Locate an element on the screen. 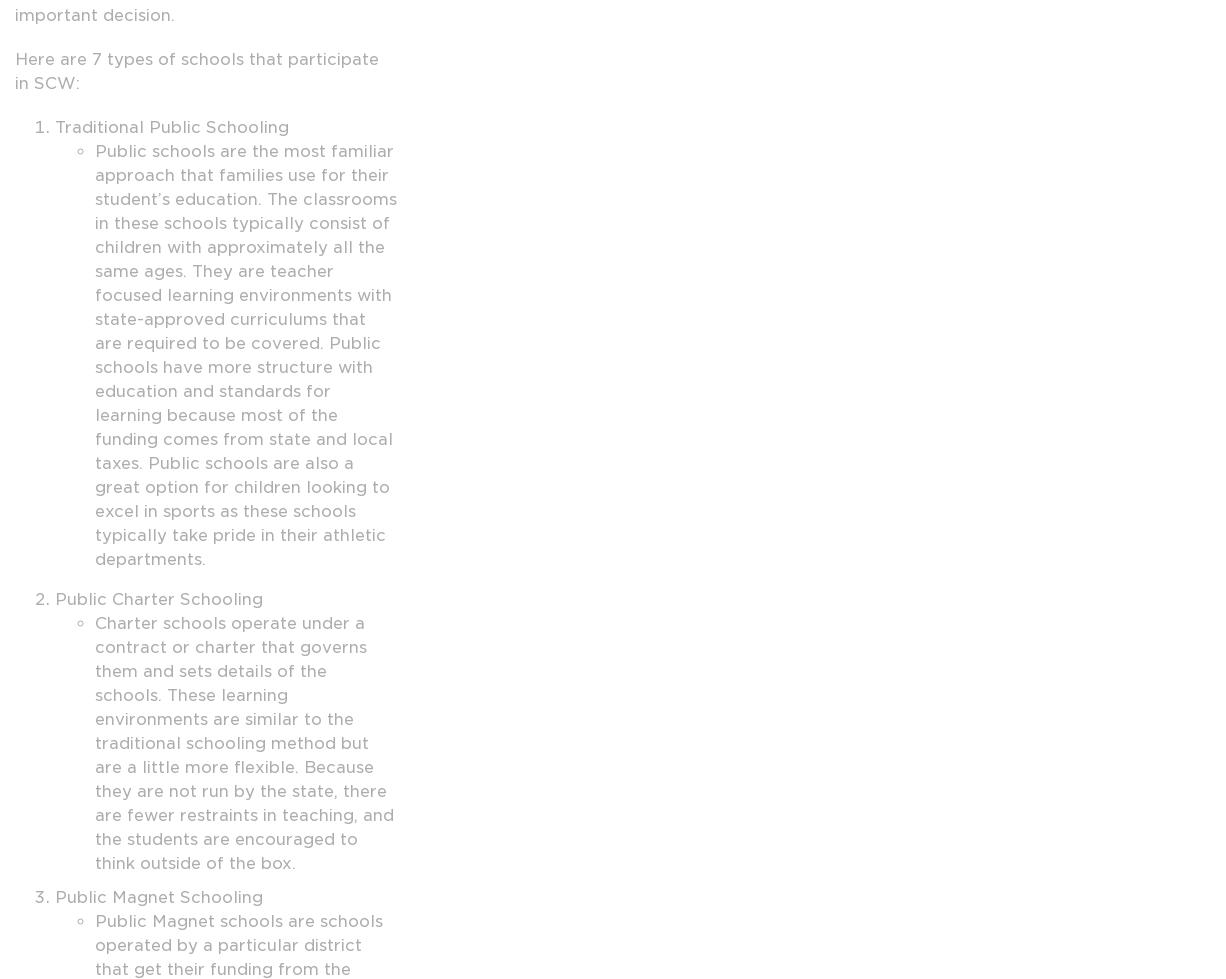  'Humanus Family' is located at coordinates (293, 808).